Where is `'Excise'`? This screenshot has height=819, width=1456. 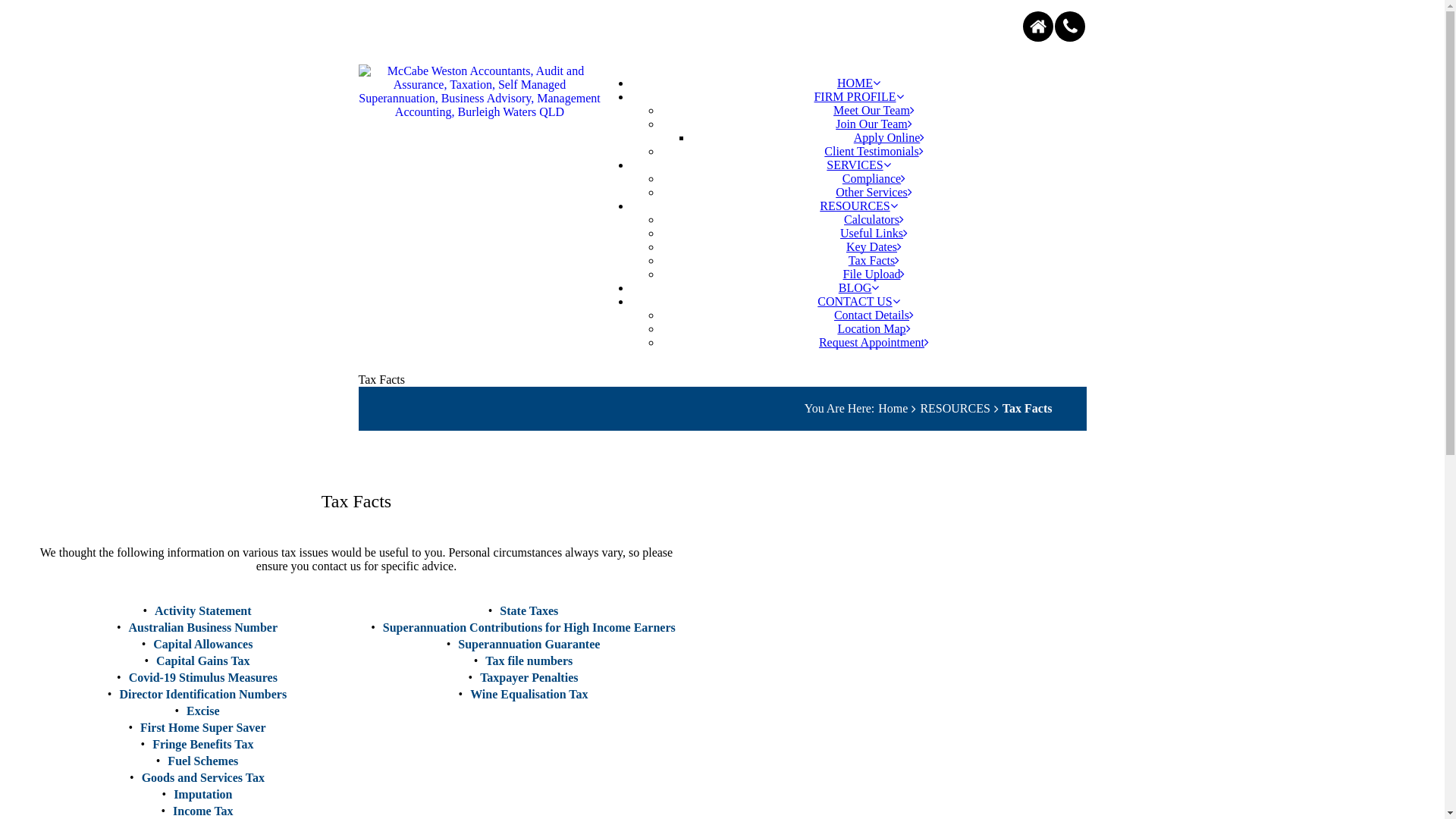
'Excise' is located at coordinates (202, 711).